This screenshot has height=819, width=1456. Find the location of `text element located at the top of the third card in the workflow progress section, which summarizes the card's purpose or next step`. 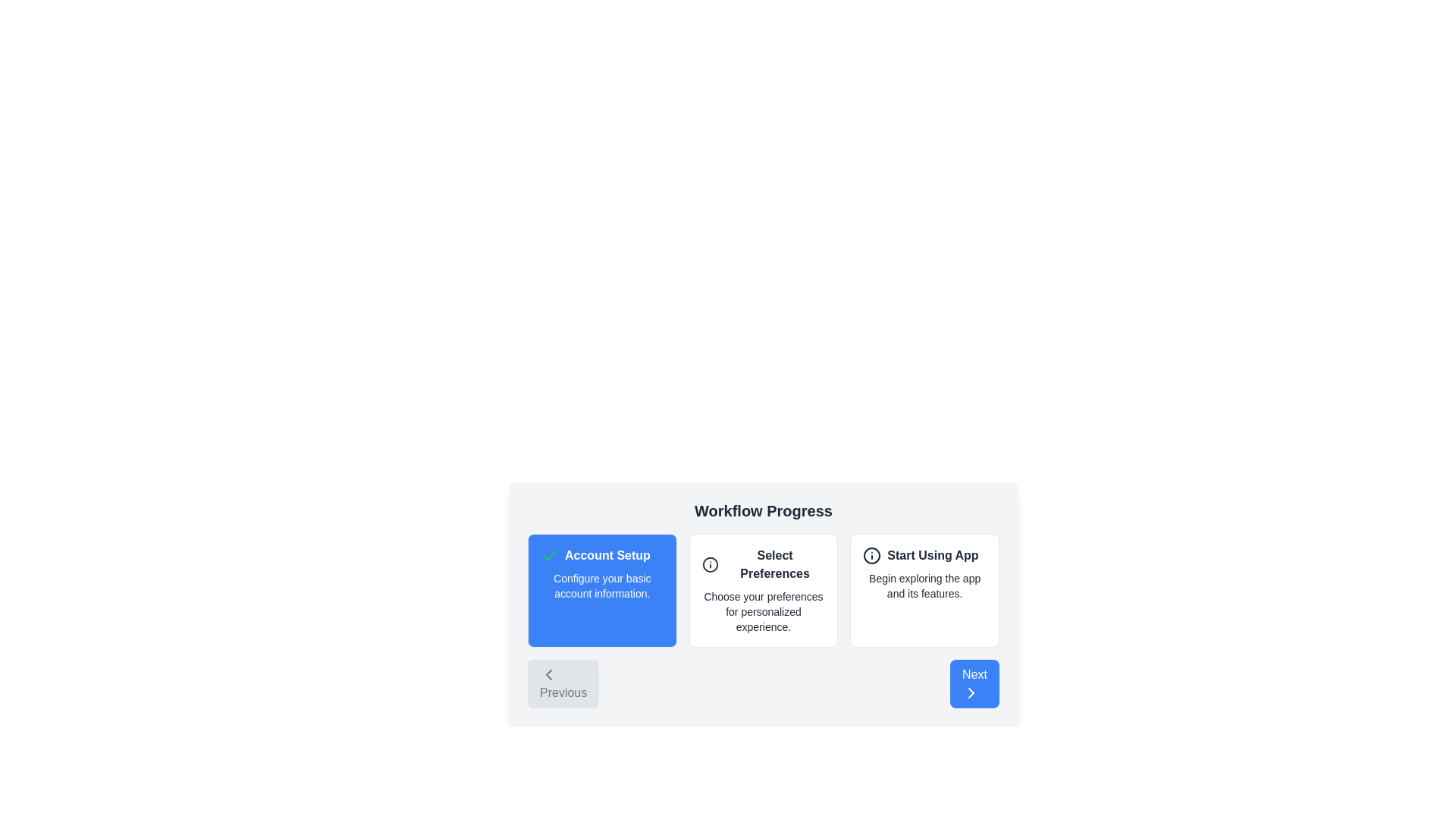

text element located at the top of the third card in the workflow progress section, which summarizes the card's purpose or next step is located at coordinates (924, 555).